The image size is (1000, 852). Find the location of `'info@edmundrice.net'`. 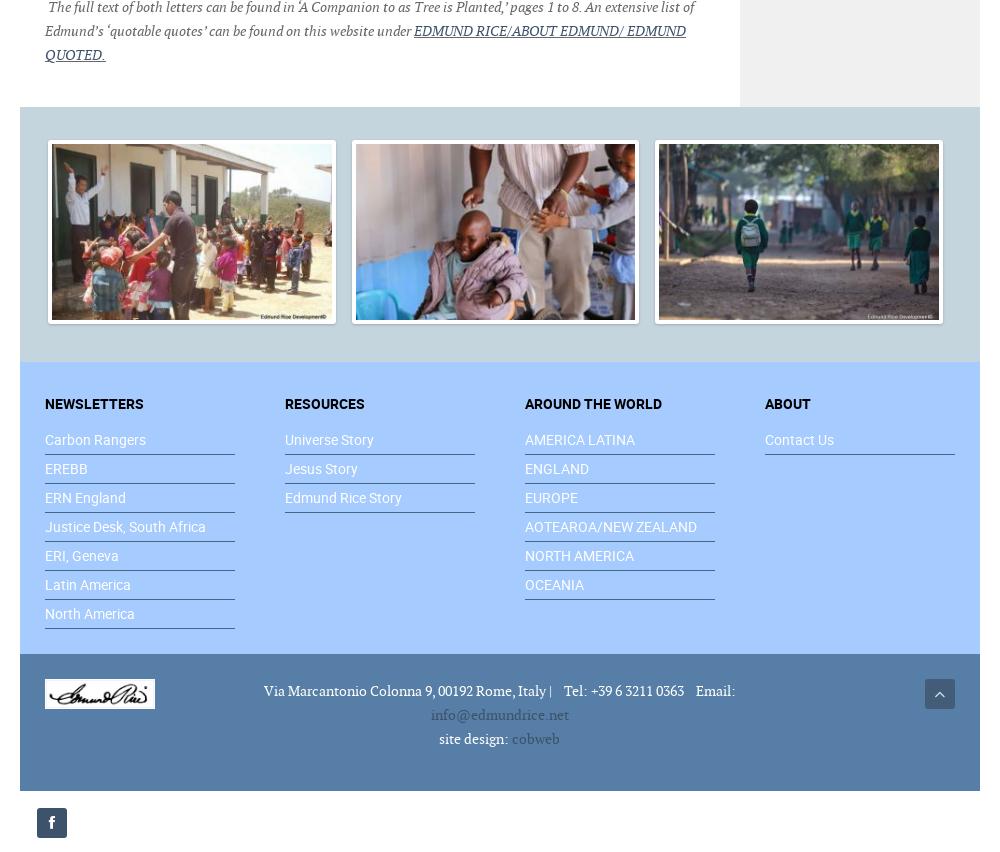

'info@edmundrice.net' is located at coordinates (430, 712).